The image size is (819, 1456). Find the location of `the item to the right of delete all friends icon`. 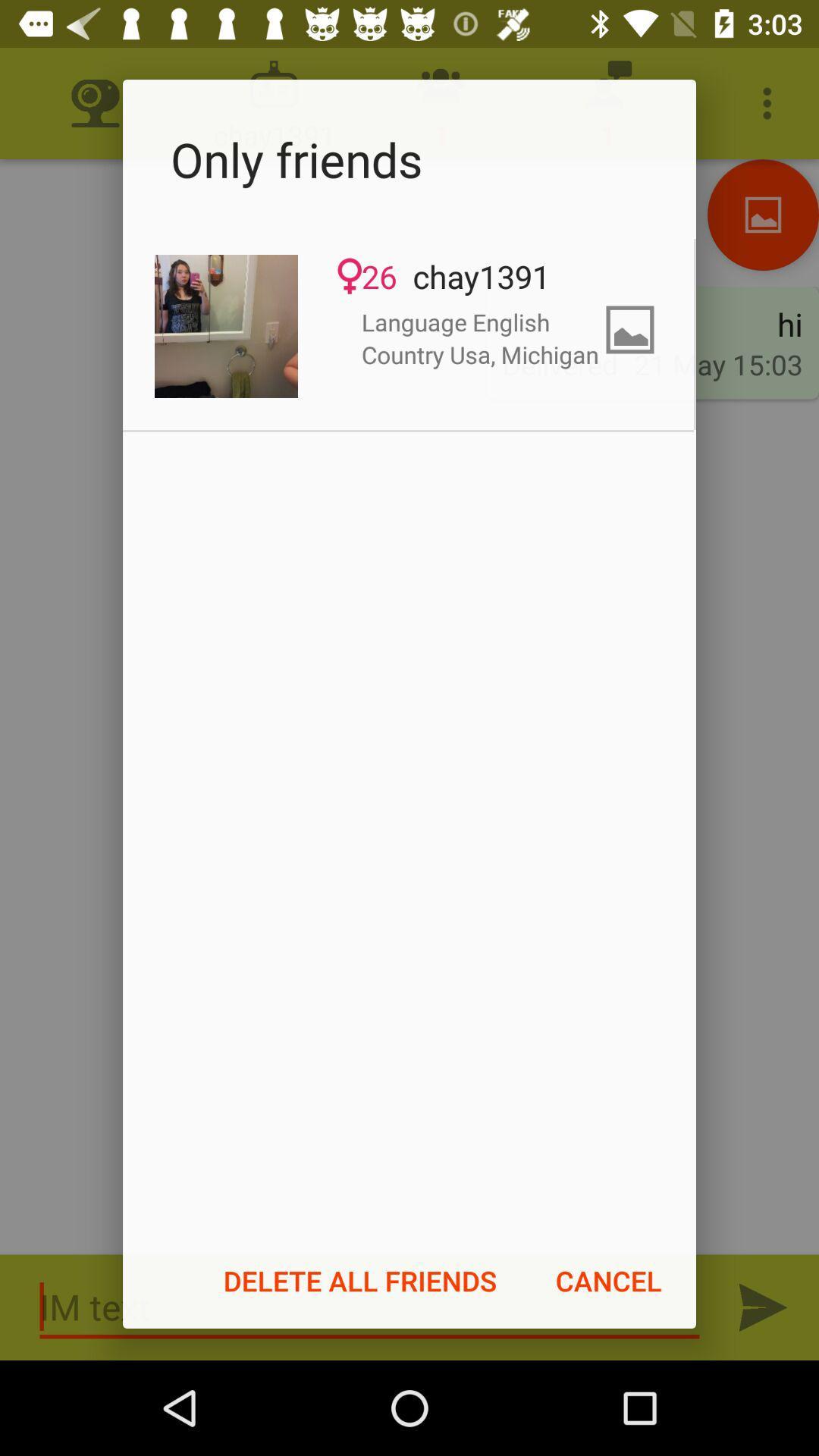

the item to the right of delete all friends icon is located at coordinates (607, 1280).